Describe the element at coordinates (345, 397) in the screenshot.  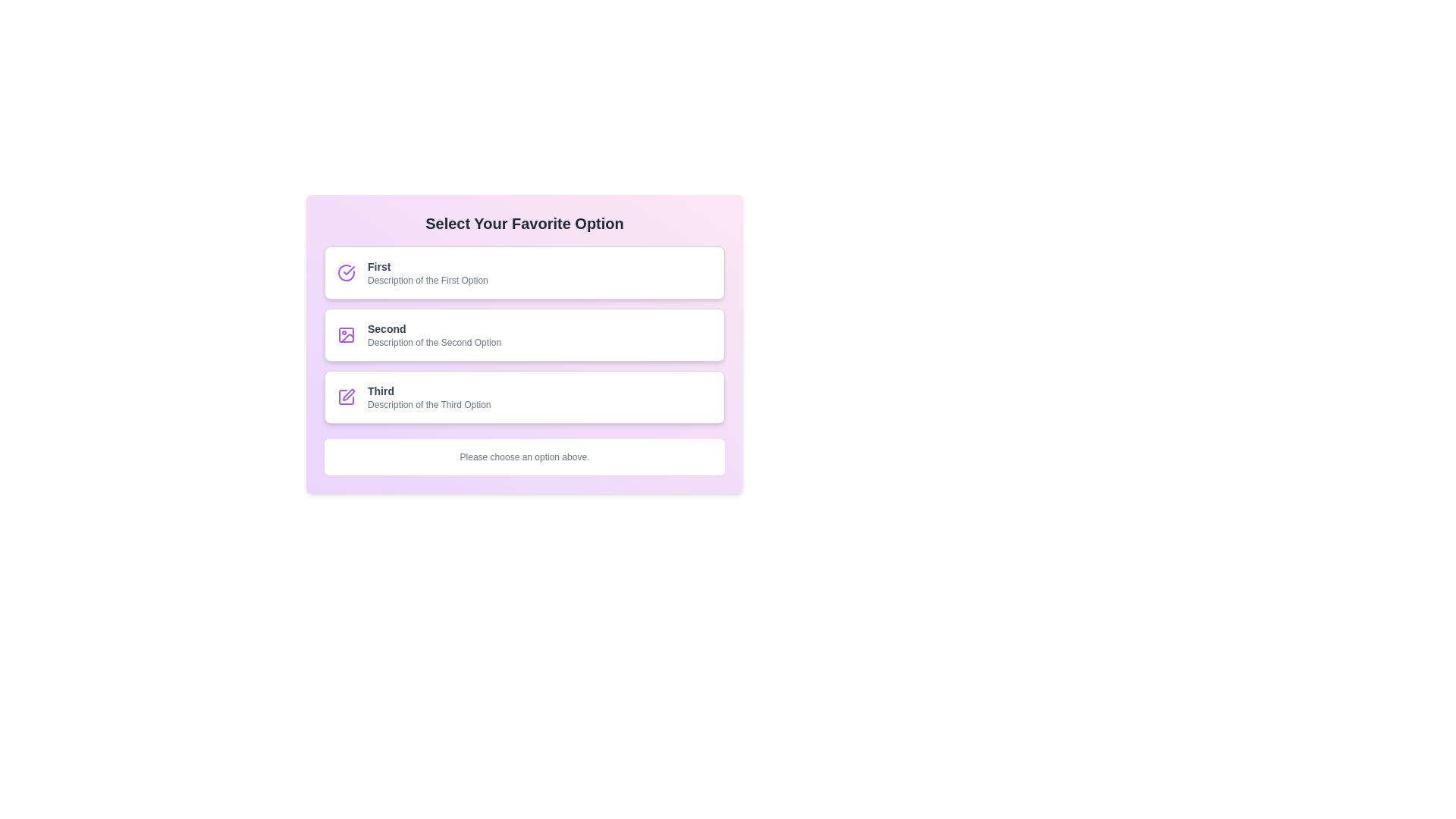
I see `the purple square icon containing a pen outline, located to the left of the text 'Third' in the third option card` at that location.